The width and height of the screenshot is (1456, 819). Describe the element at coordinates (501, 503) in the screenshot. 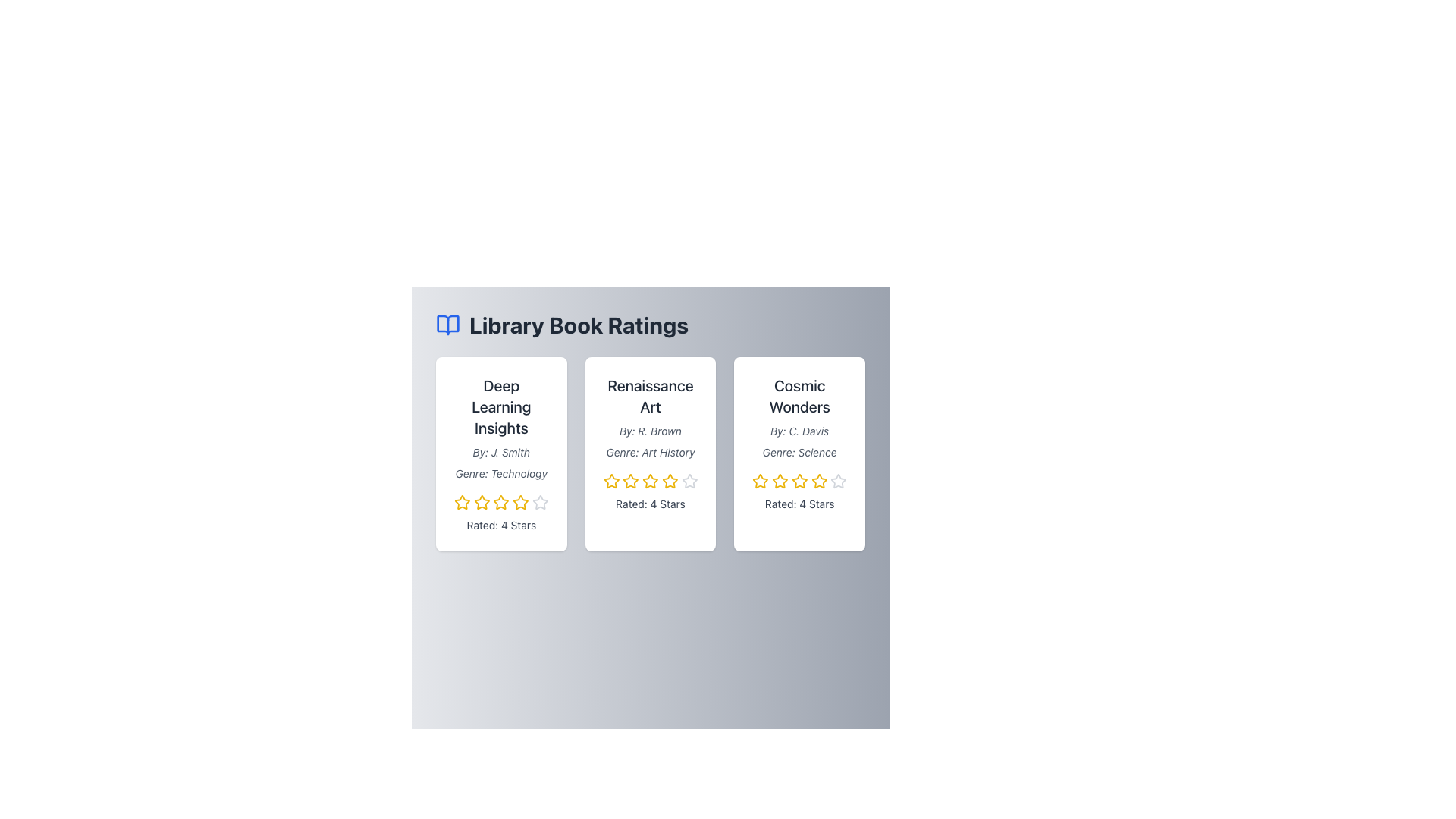

I see `the fourth star icon in the rating system under the 'Deep Learning Insights' card, which has a yellow outline and enlarges on hover` at that location.